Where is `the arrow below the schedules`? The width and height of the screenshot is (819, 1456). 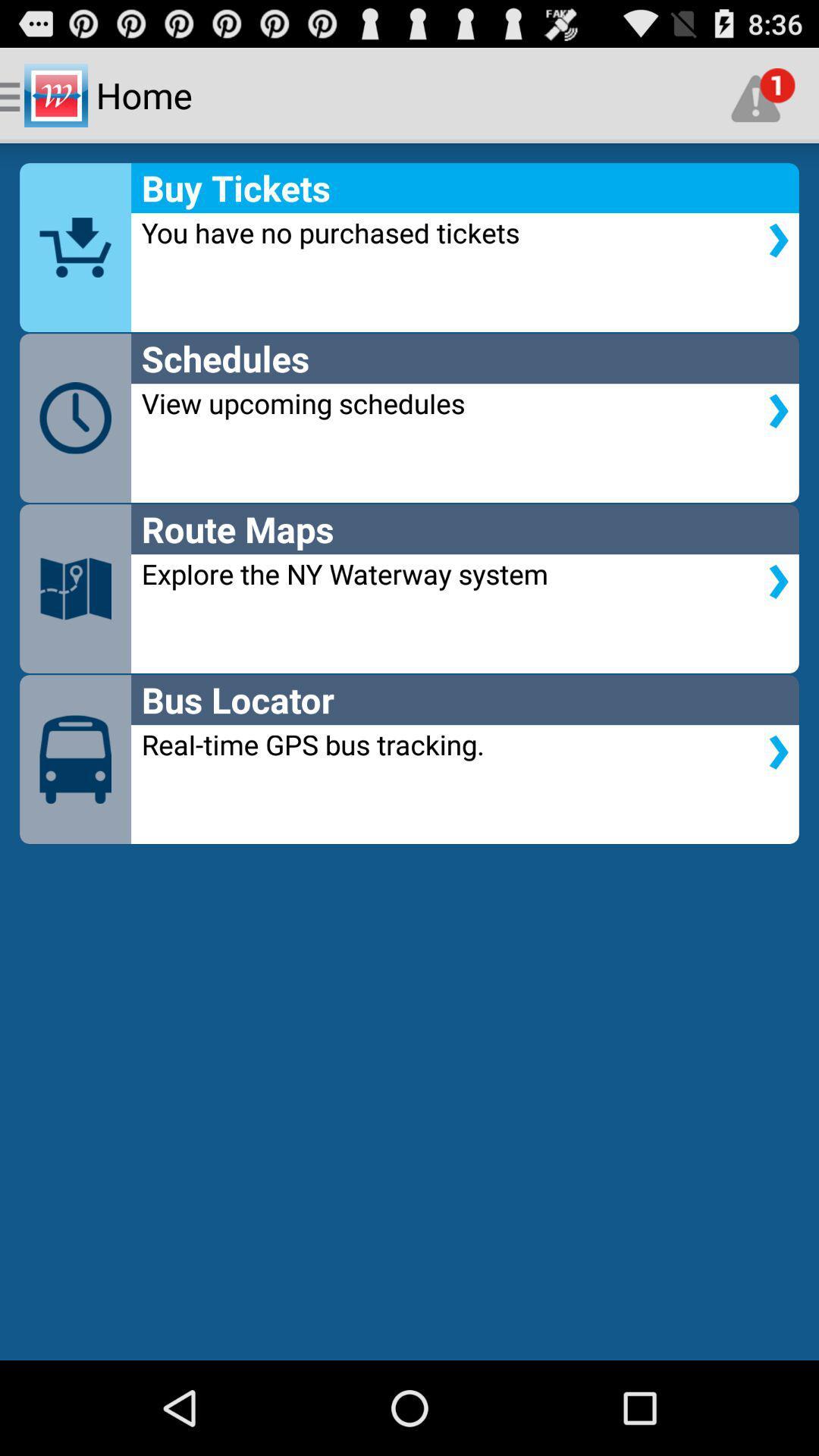
the arrow below the schedules is located at coordinates (778, 411).